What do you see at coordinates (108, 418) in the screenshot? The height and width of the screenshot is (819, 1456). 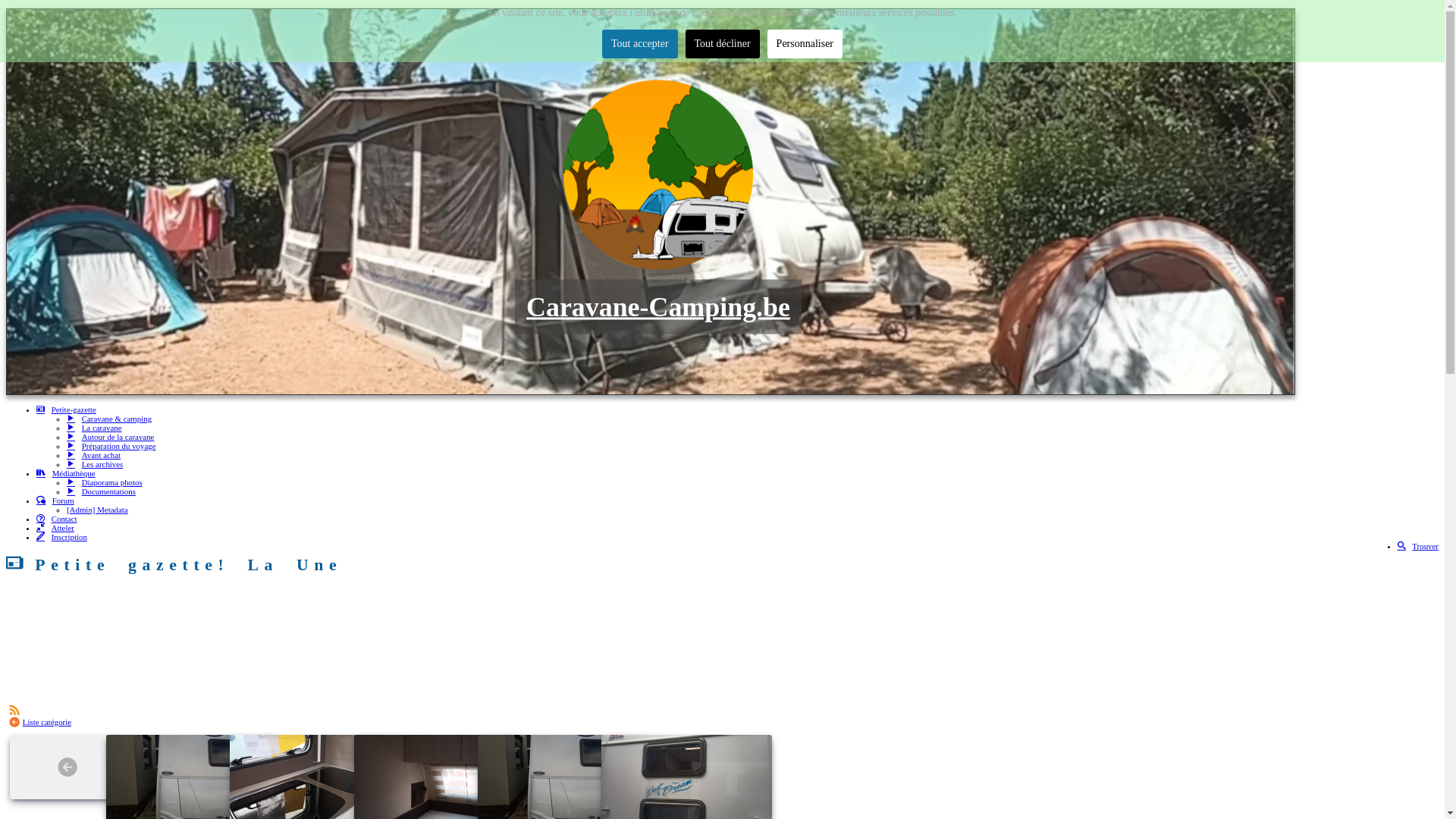 I see `'Caravane & camping'` at bounding box center [108, 418].